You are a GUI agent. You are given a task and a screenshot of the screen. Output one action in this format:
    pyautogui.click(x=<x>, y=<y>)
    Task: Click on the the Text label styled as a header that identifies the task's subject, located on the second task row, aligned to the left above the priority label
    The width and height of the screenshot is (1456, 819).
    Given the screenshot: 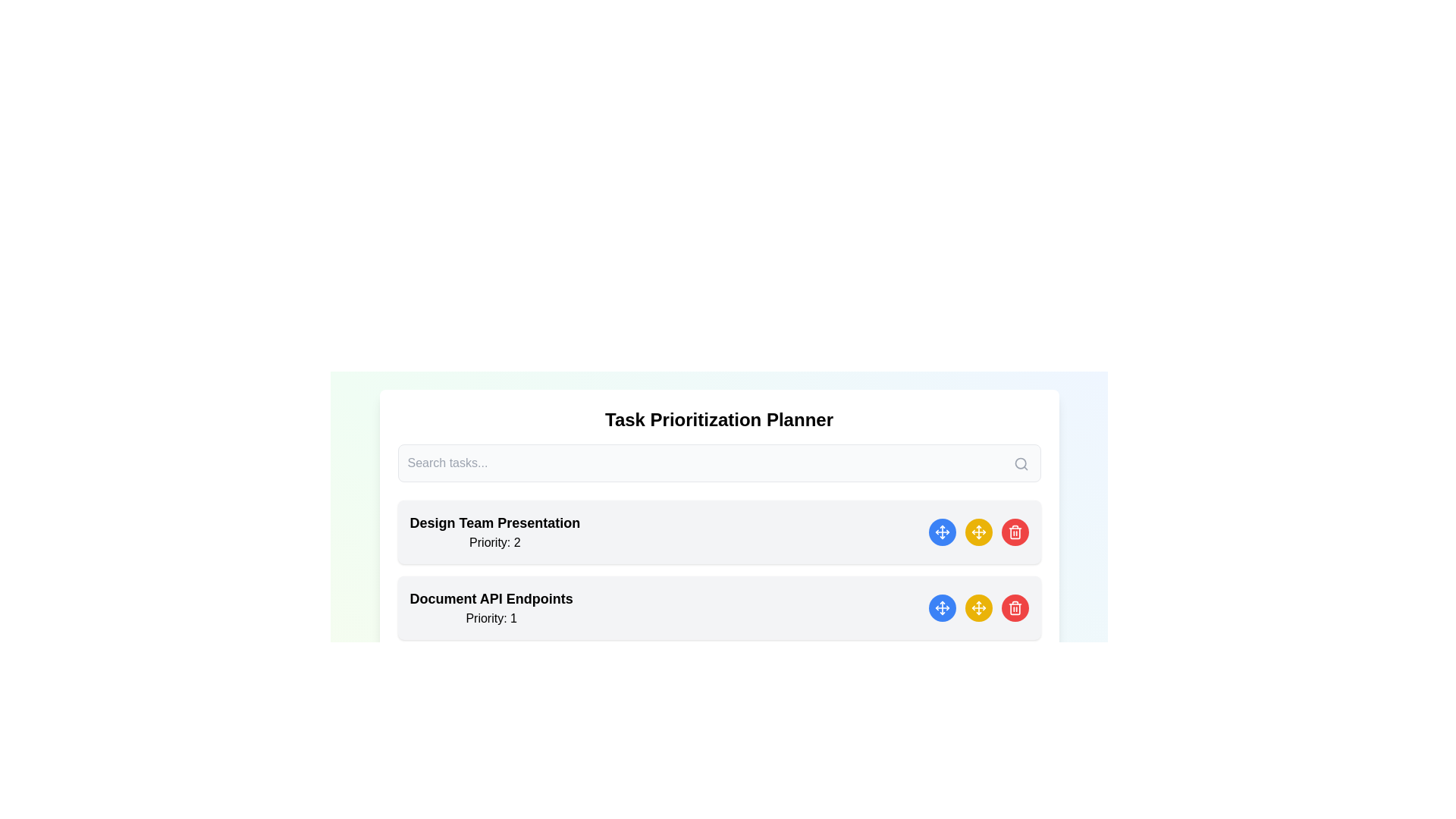 What is the action you would take?
    pyautogui.click(x=491, y=598)
    